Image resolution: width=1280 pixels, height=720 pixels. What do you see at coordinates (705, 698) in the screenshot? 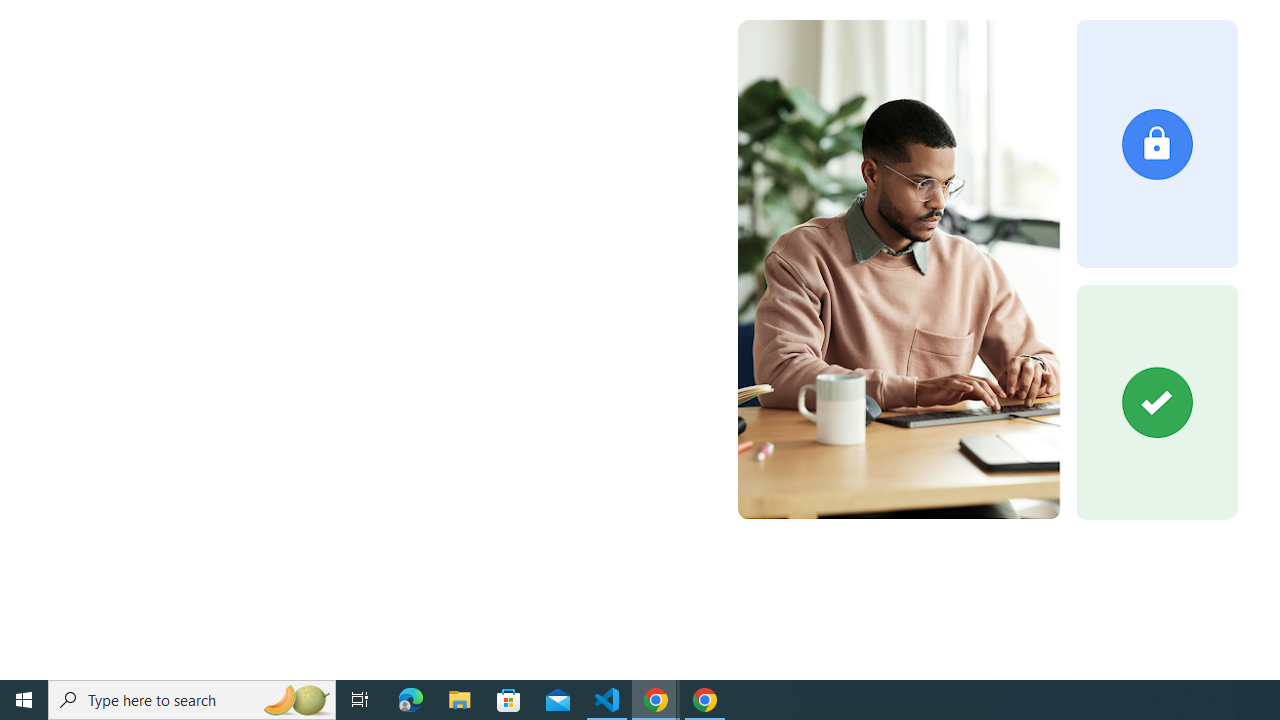
I see `'Google Chrome - 1 running window'` at bounding box center [705, 698].